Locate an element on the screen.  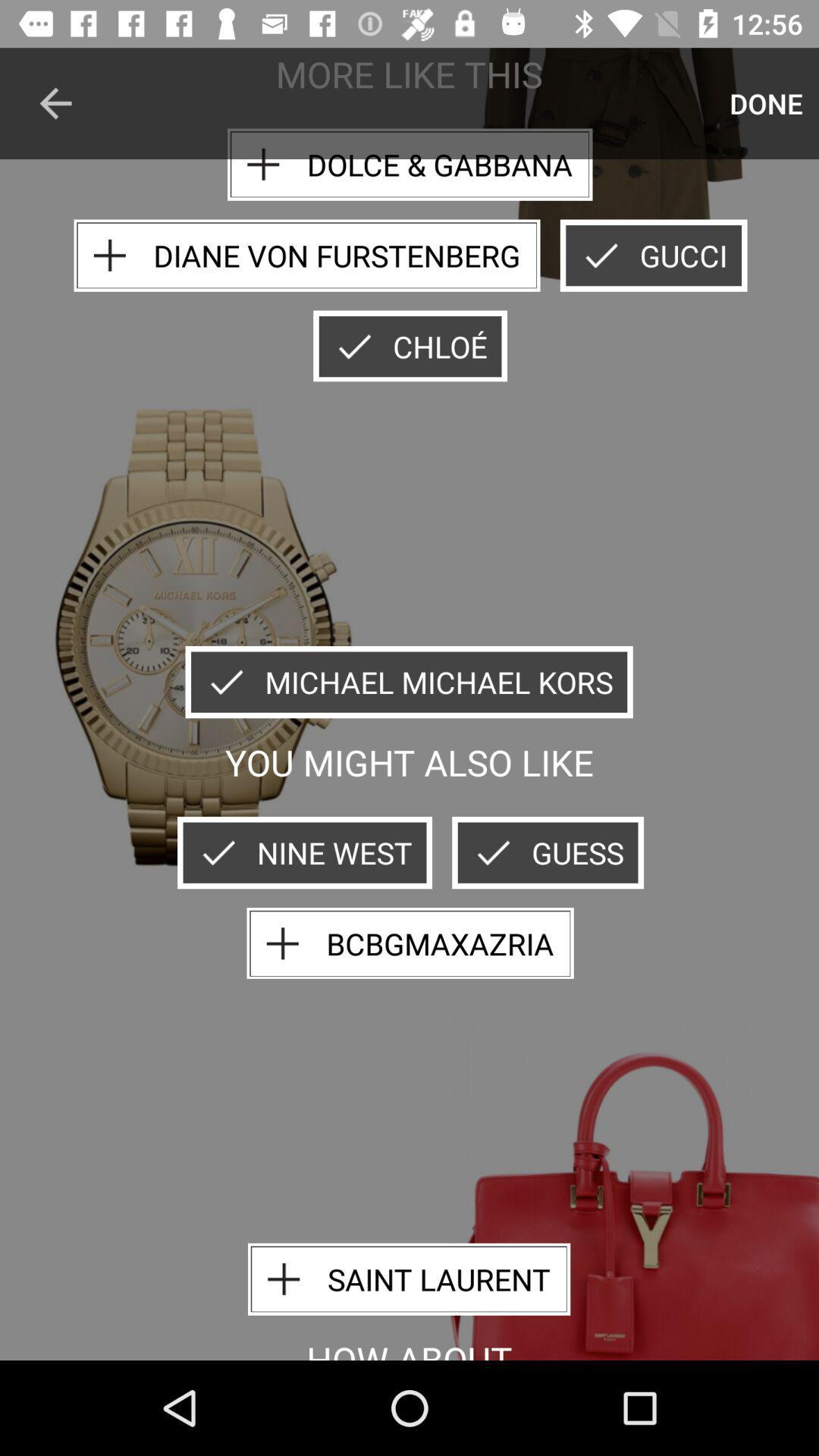
the item next to the guess item is located at coordinates (304, 852).